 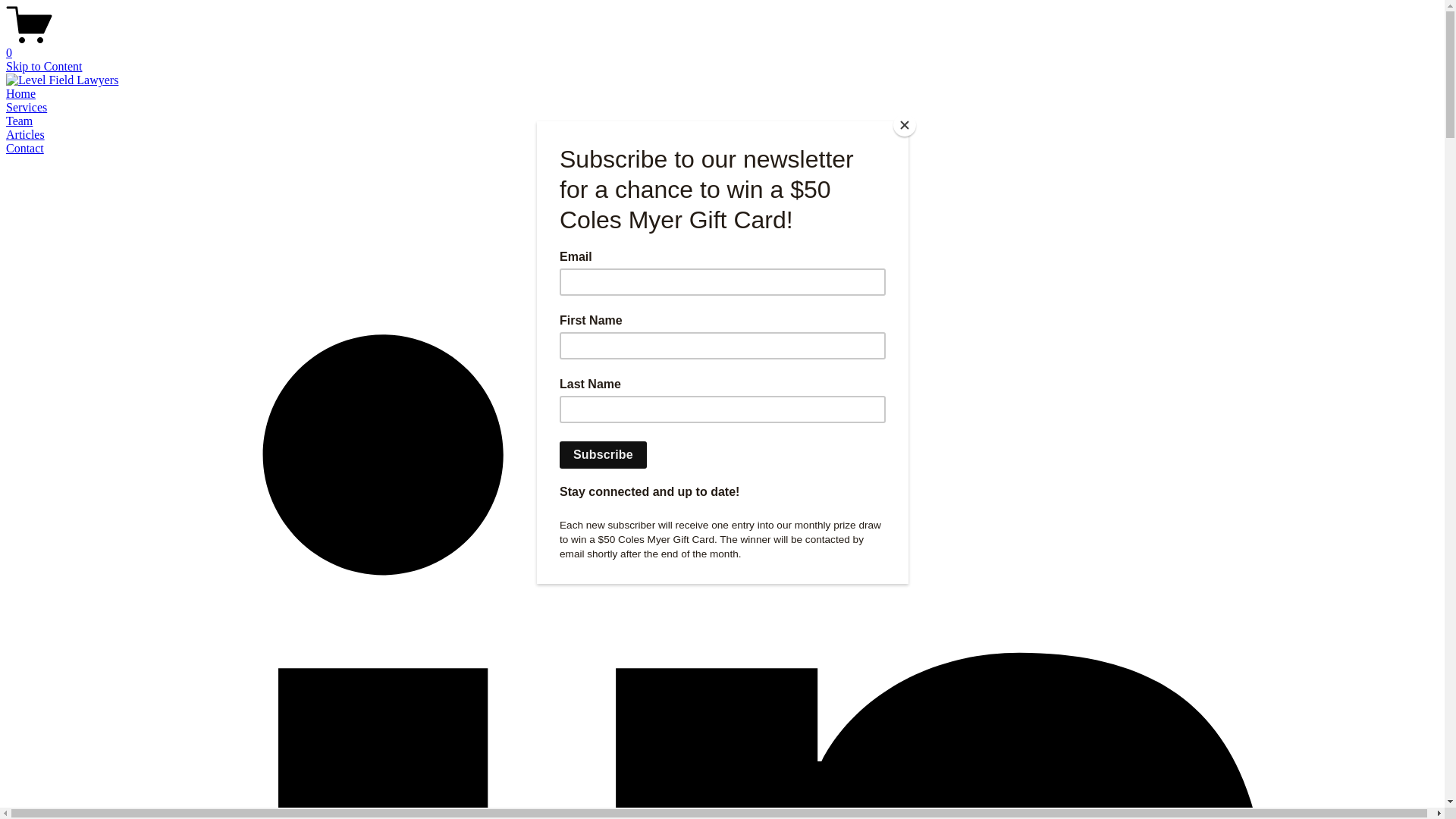 What do you see at coordinates (43, 65) in the screenshot?
I see `'Skip to Content'` at bounding box center [43, 65].